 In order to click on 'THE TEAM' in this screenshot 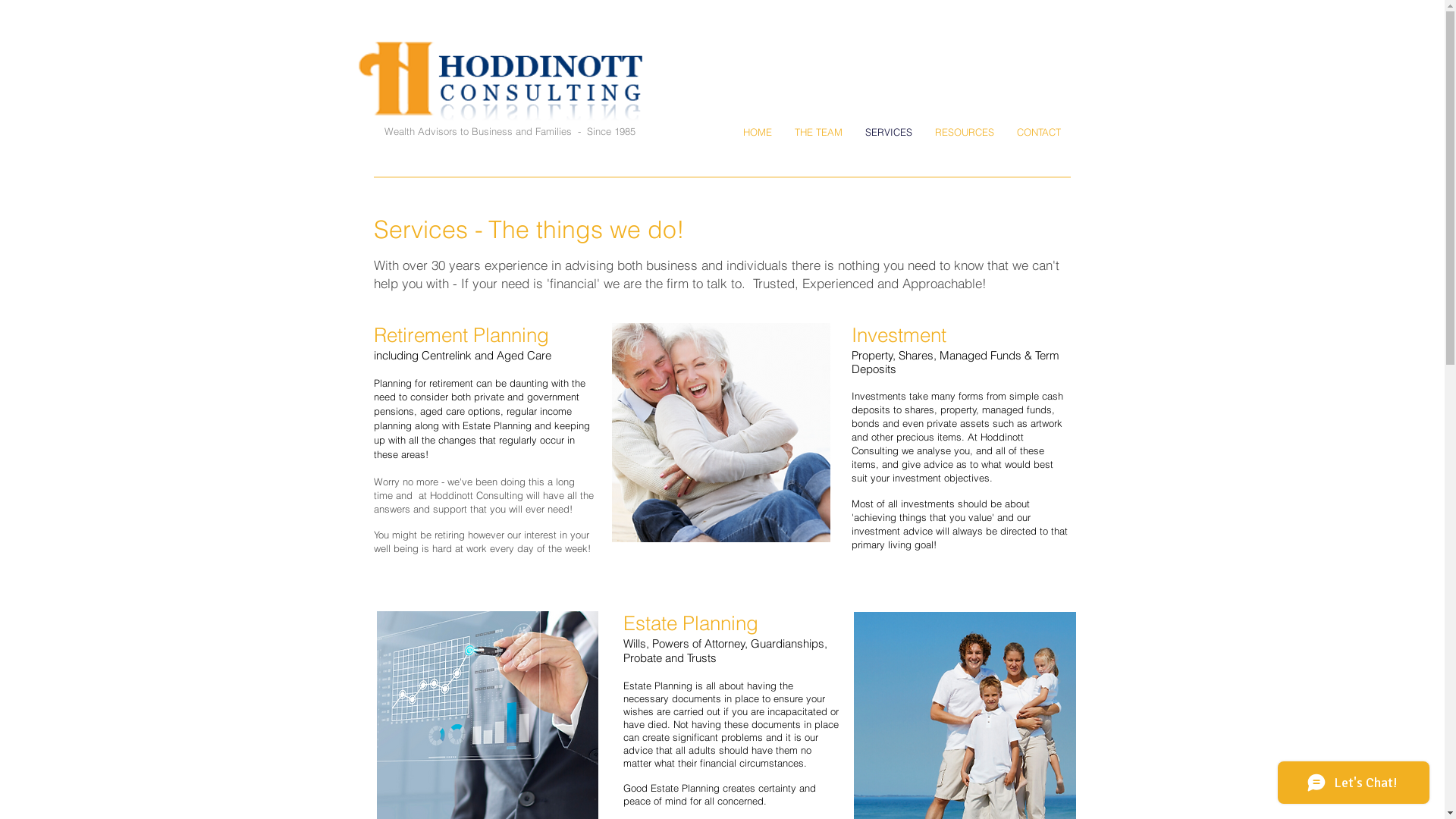, I will do `click(817, 131)`.